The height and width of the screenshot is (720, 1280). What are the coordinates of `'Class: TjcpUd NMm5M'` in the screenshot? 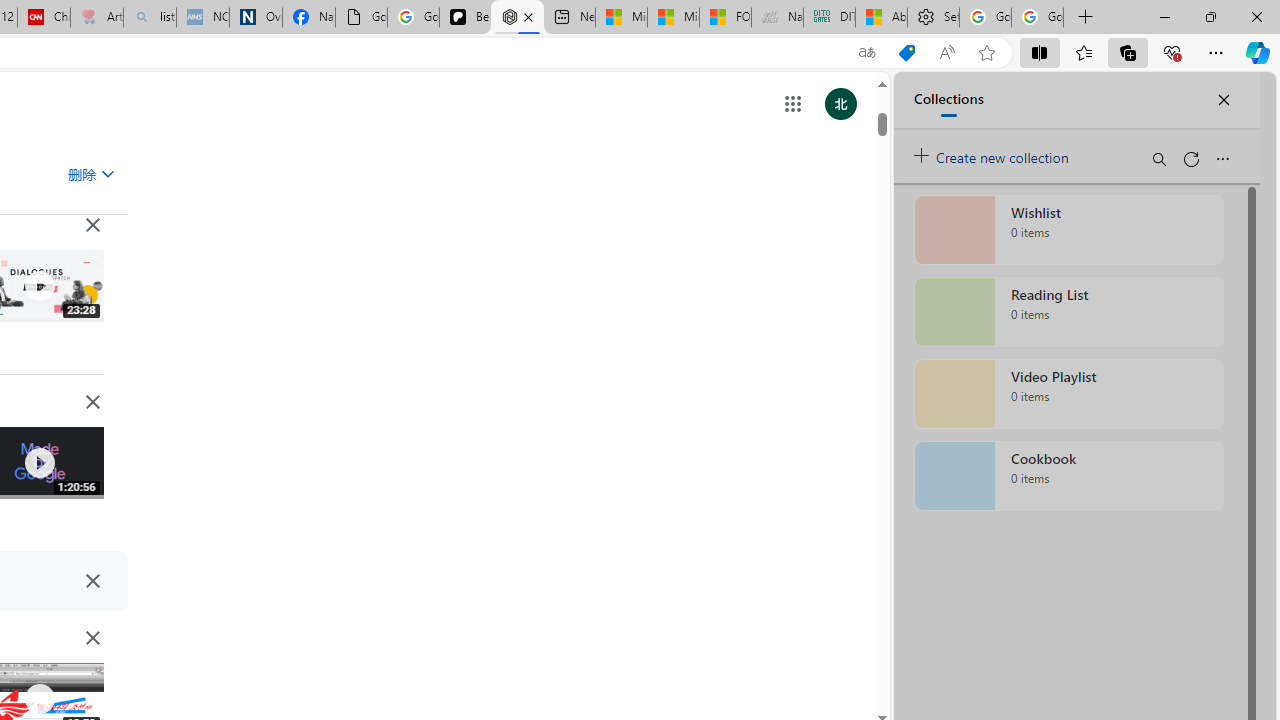 It's located at (91, 637).